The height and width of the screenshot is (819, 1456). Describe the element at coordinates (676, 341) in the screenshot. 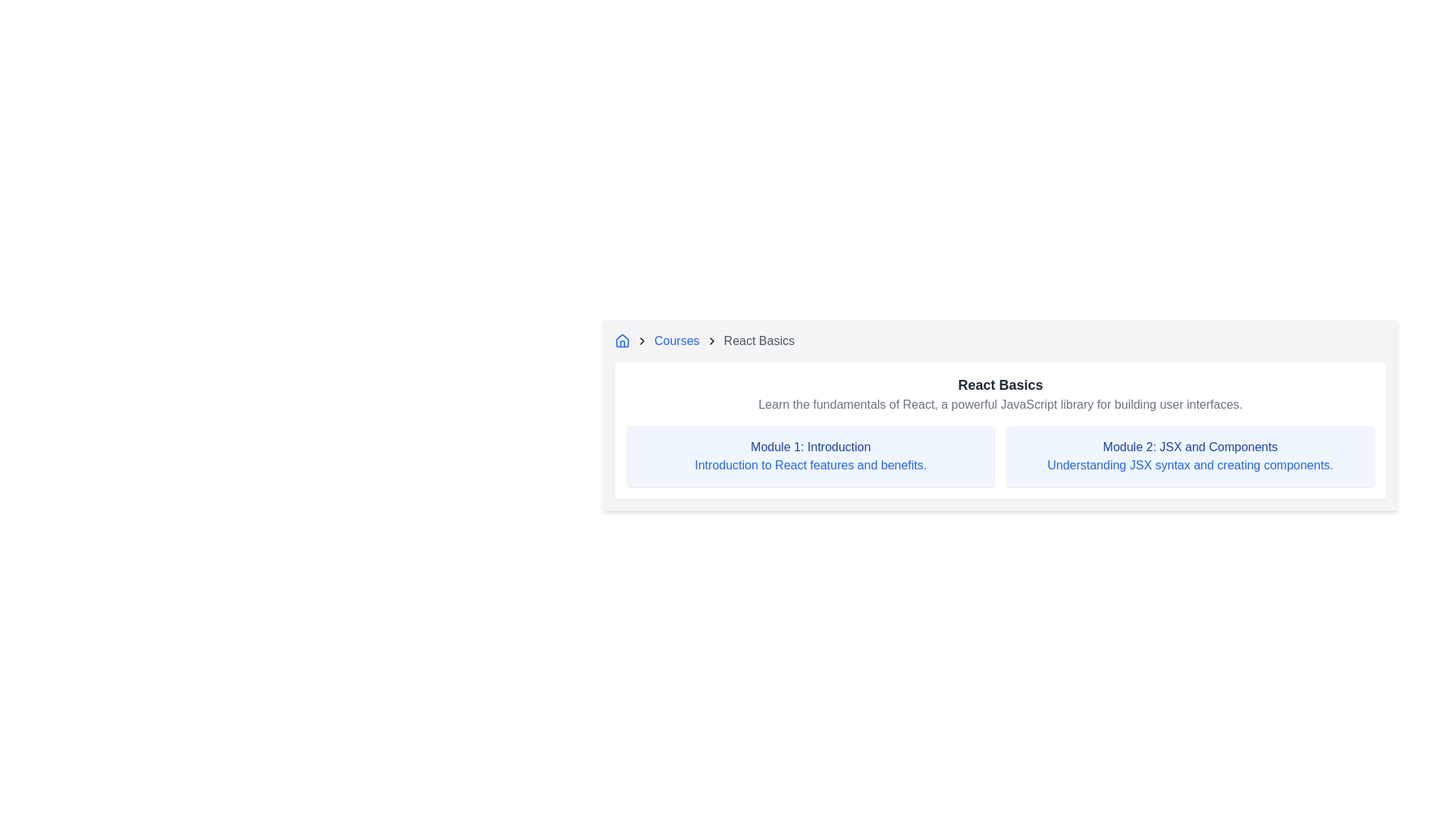

I see `the 'Courses' clickable text link, which is styled in blue and underlined on hover` at that location.